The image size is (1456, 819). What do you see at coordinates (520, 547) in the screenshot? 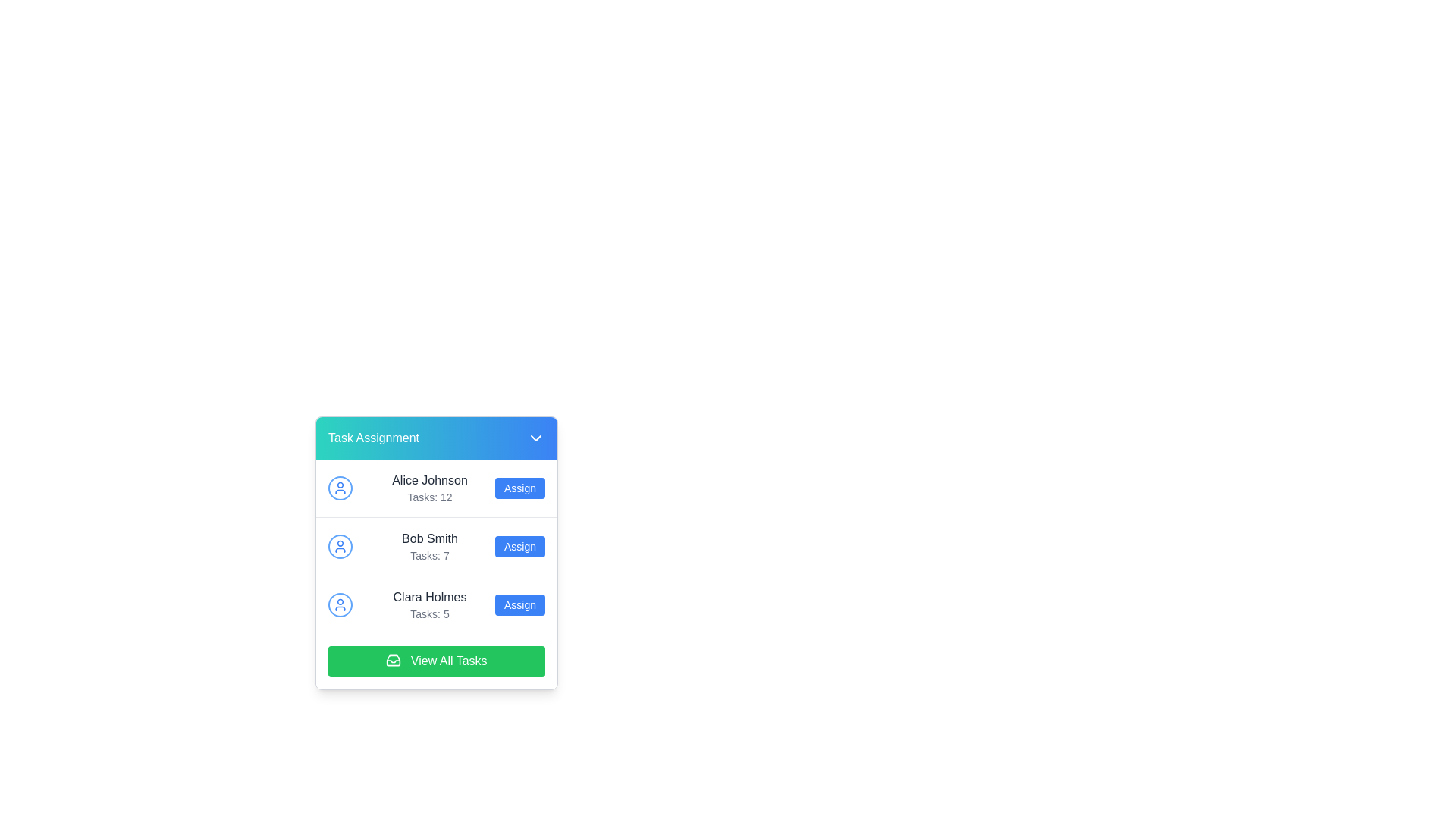
I see `the 'Assign' button, which has a blue background and white text, located to the right of user 'Bob Smith' and their task count 'Tasks: 7'` at bounding box center [520, 547].